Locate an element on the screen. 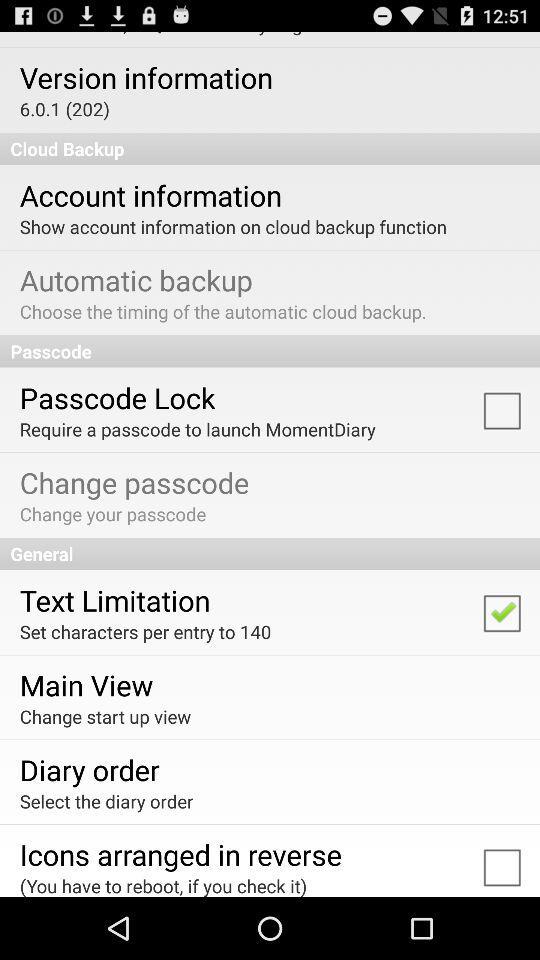  the set characters per item is located at coordinates (144, 630).